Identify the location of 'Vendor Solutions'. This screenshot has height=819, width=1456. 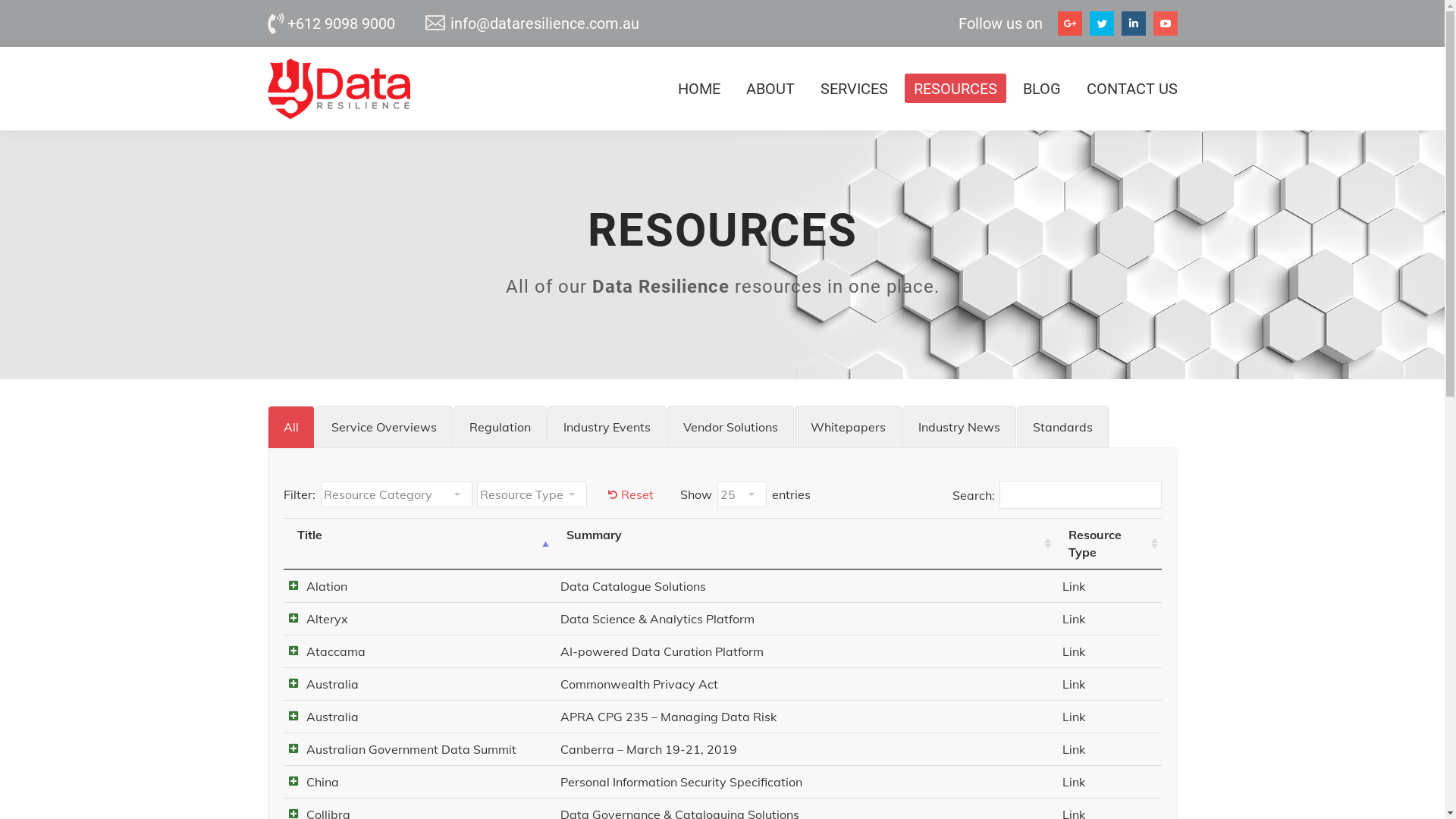
(730, 427).